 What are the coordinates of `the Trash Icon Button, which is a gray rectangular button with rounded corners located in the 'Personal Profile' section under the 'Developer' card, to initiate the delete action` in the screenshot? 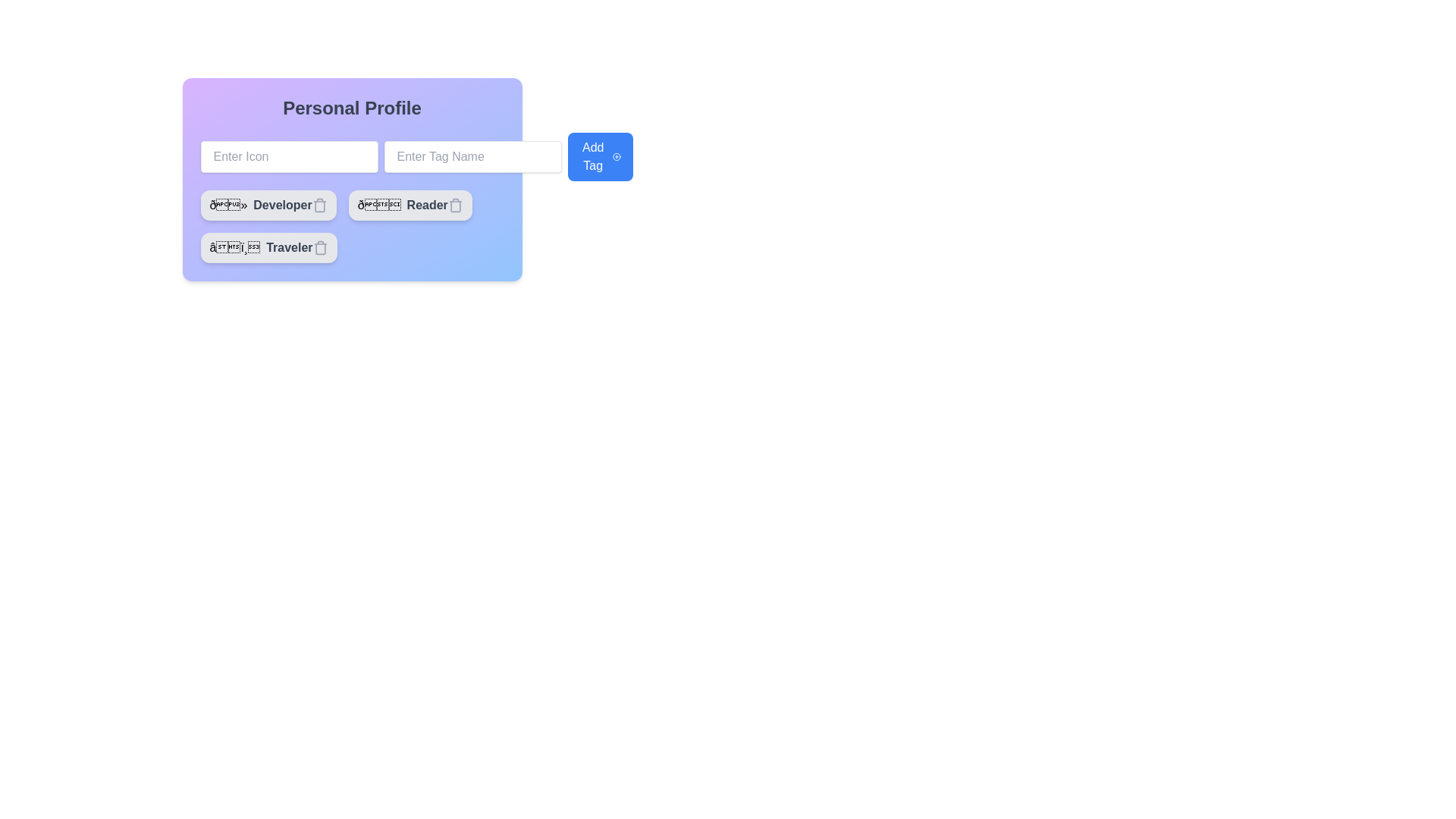 It's located at (318, 206).